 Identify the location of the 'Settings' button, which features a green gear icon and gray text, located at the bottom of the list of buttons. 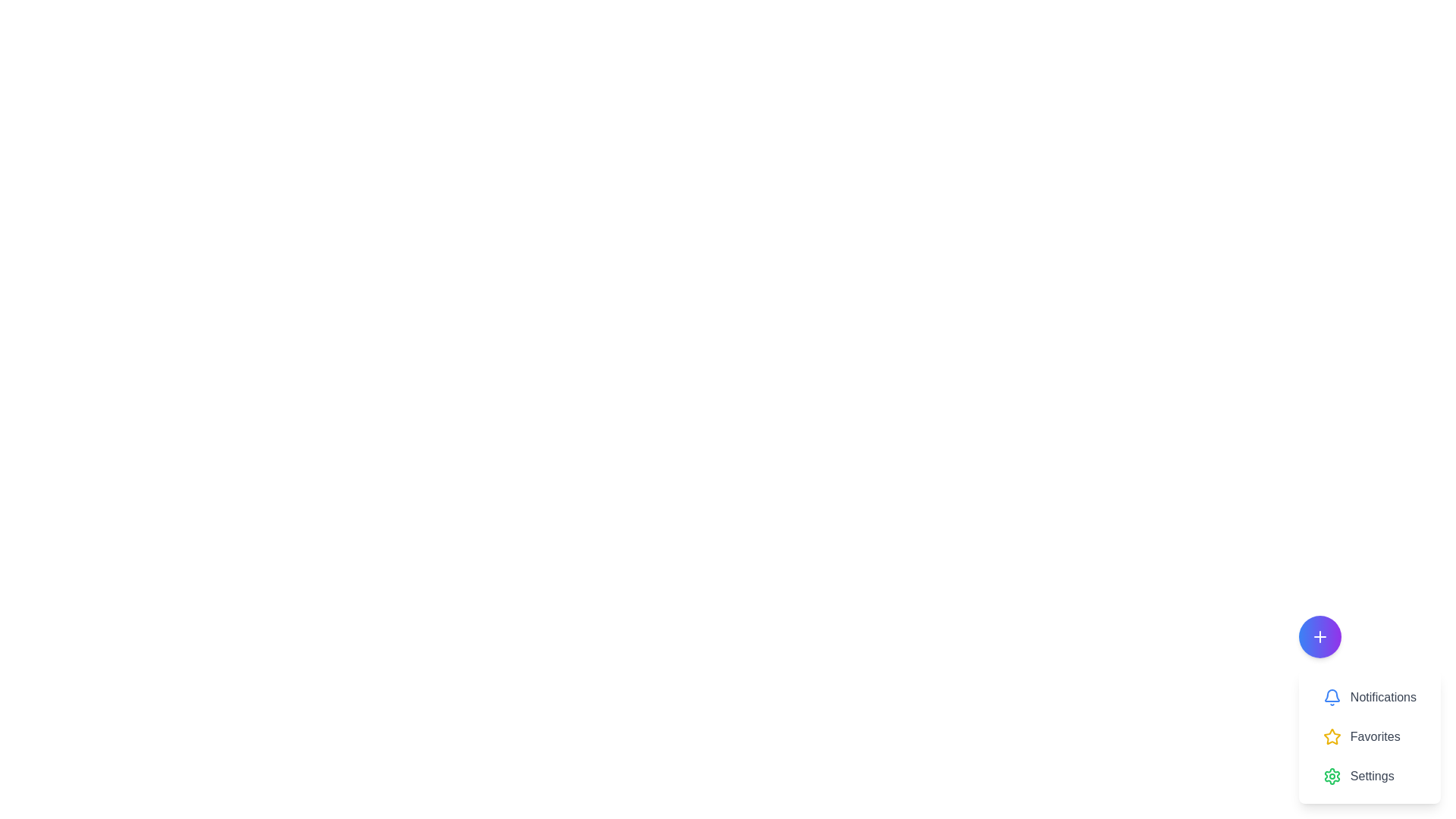
(1370, 776).